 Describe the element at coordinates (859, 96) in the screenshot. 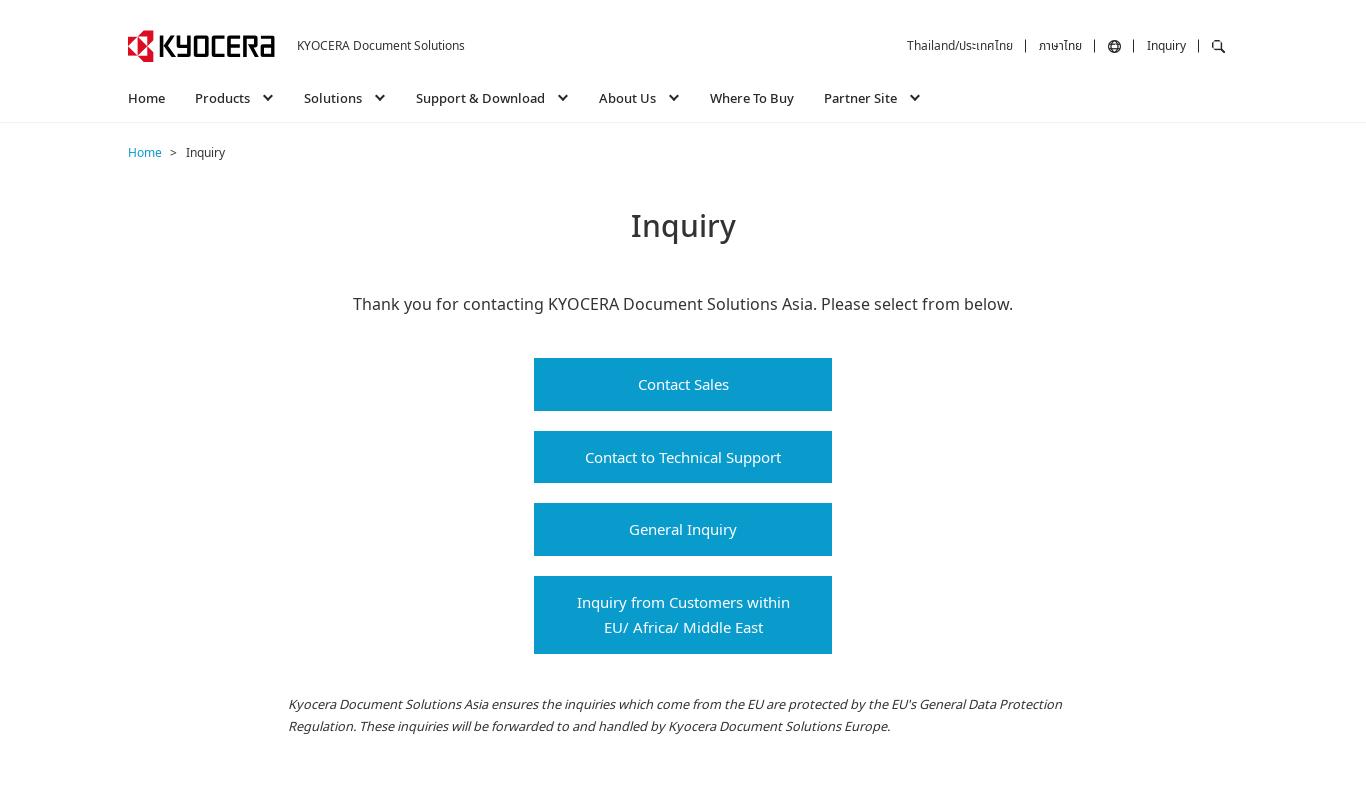

I see `'Partner Site'` at that location.